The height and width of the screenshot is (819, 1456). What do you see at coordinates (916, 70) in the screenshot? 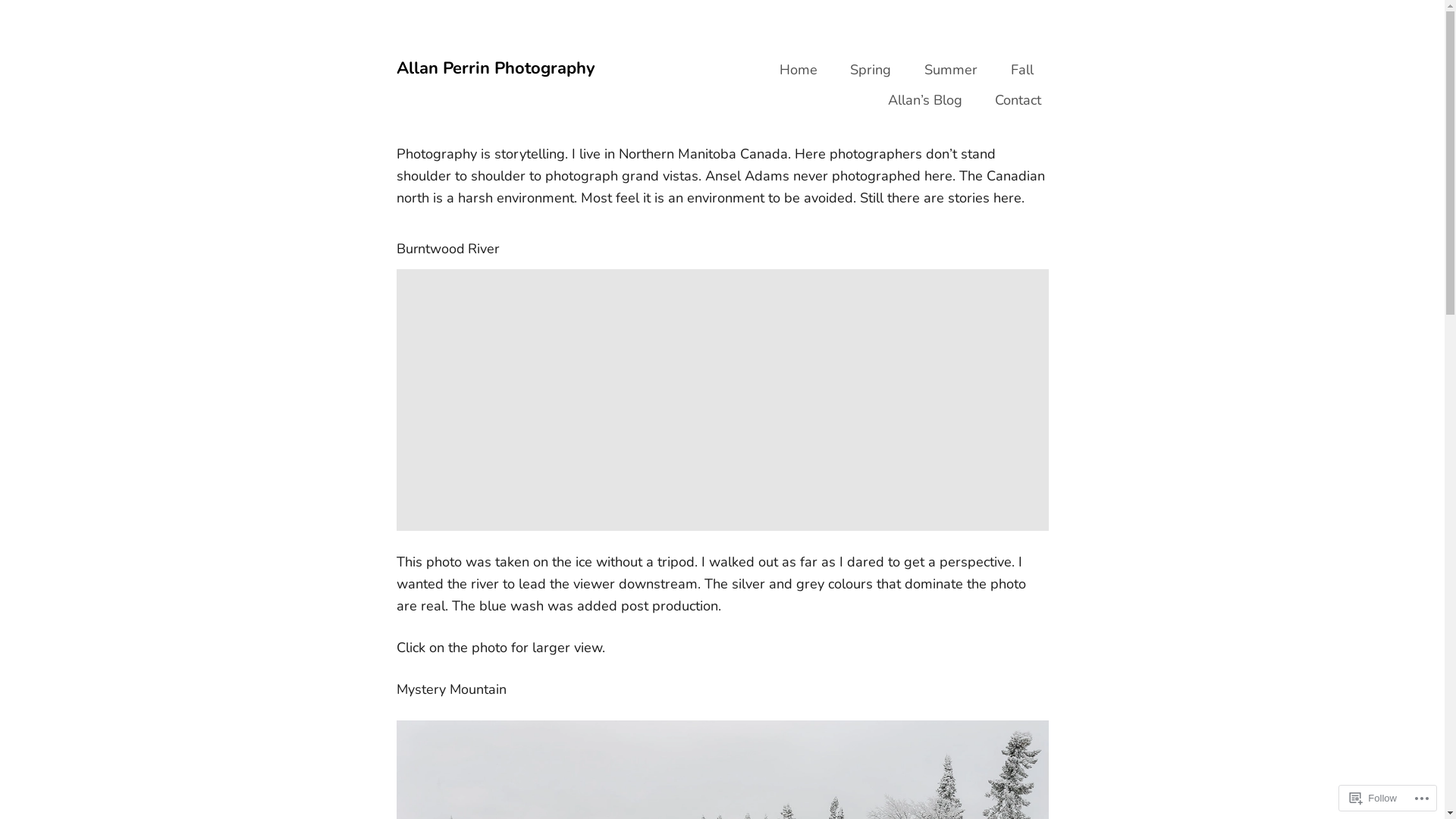
I see `'Summer'` at bounding box center [916, 70].